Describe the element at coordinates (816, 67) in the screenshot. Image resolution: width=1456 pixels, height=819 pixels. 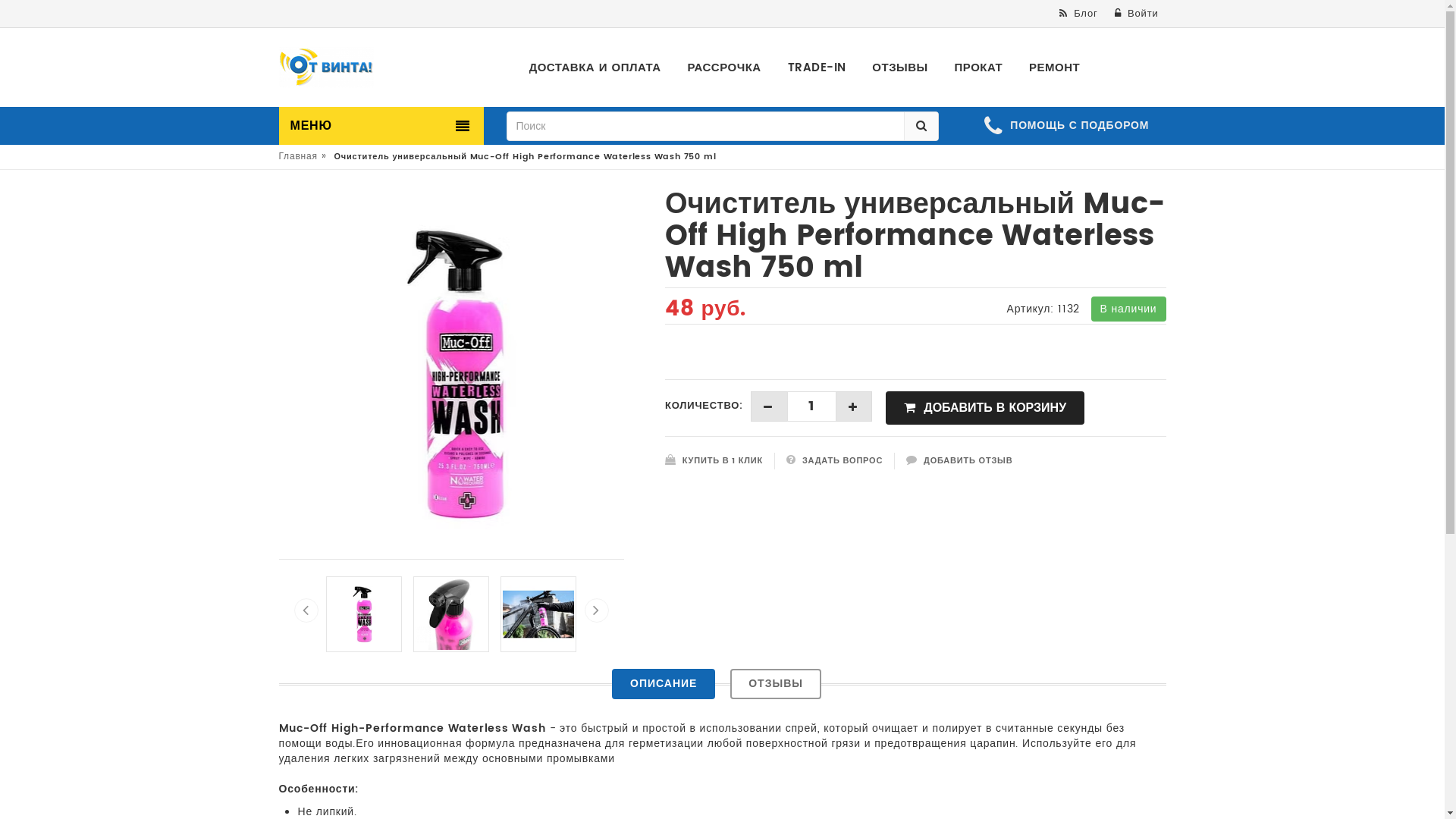
I see `'TRADE-IN'` at that location.